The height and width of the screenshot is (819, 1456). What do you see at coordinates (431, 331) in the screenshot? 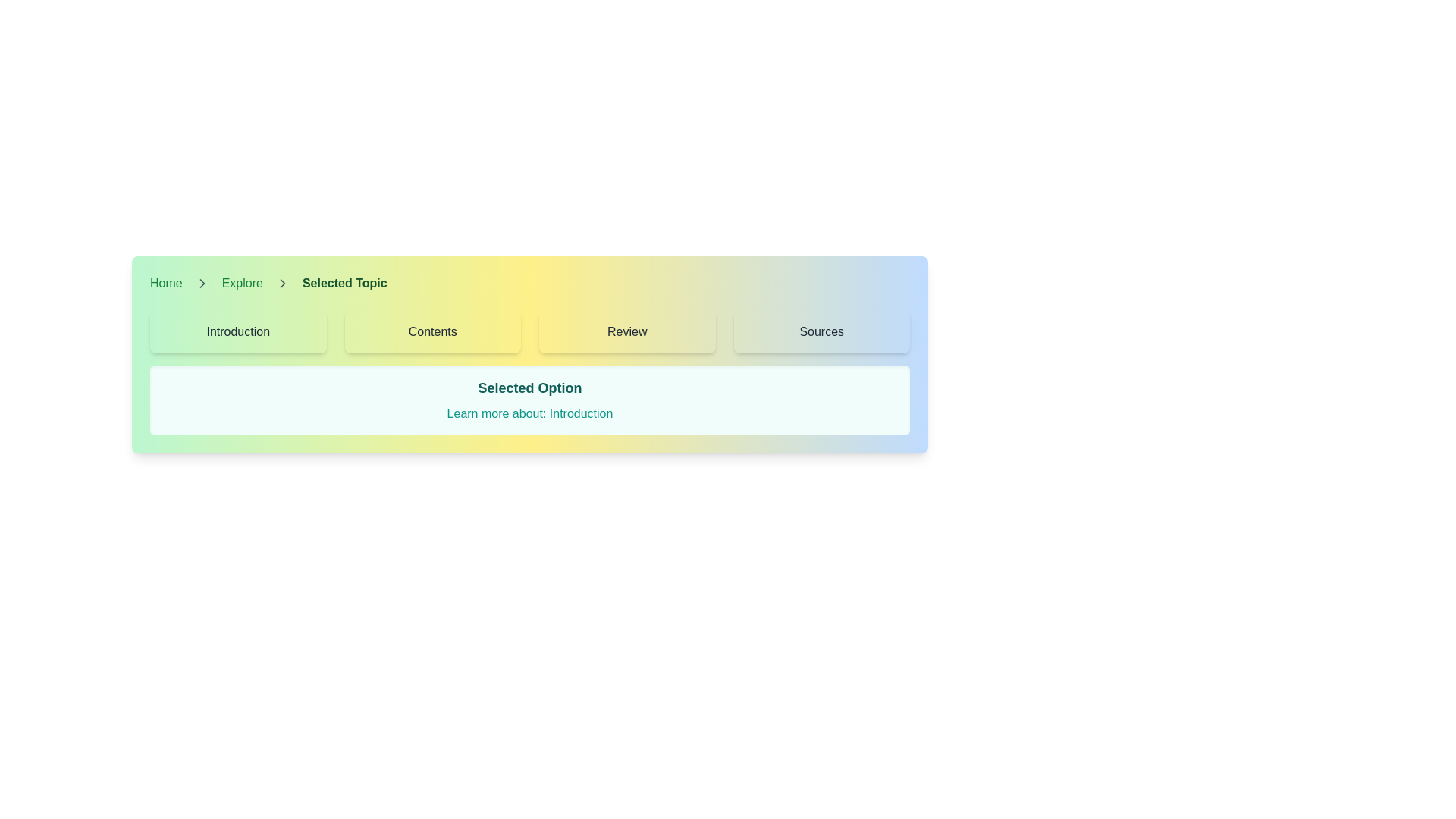
I see `the 'Contents' button-like UI component, which is a rectangular box with rounded corners and a gradient background from green to yellow` at bounding box center [431, 331].